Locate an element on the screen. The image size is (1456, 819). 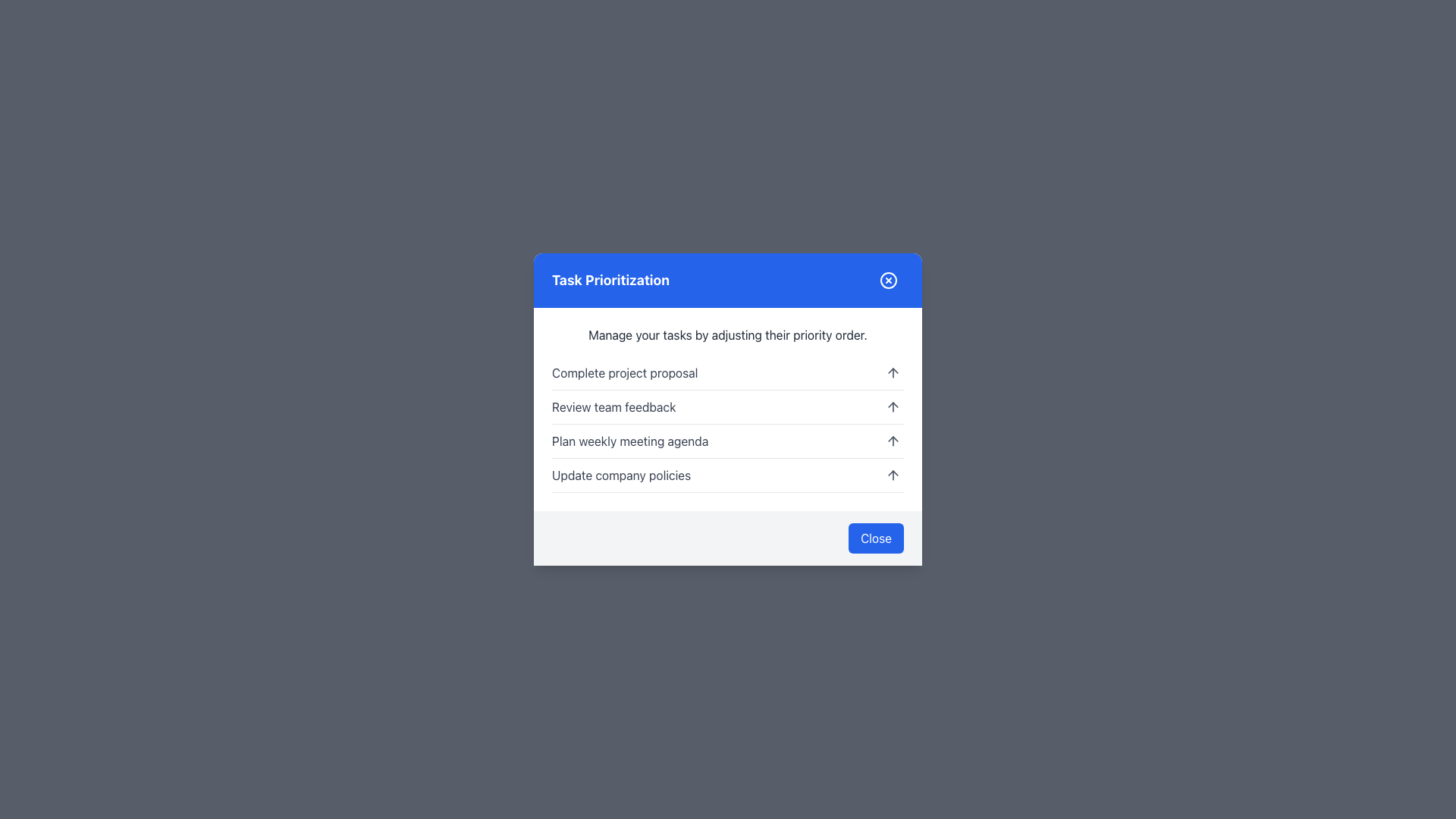
the second task entry in the interactive list component located at the center of the dialog box to interact with adjacent elements is located at coordinates (728, 424).